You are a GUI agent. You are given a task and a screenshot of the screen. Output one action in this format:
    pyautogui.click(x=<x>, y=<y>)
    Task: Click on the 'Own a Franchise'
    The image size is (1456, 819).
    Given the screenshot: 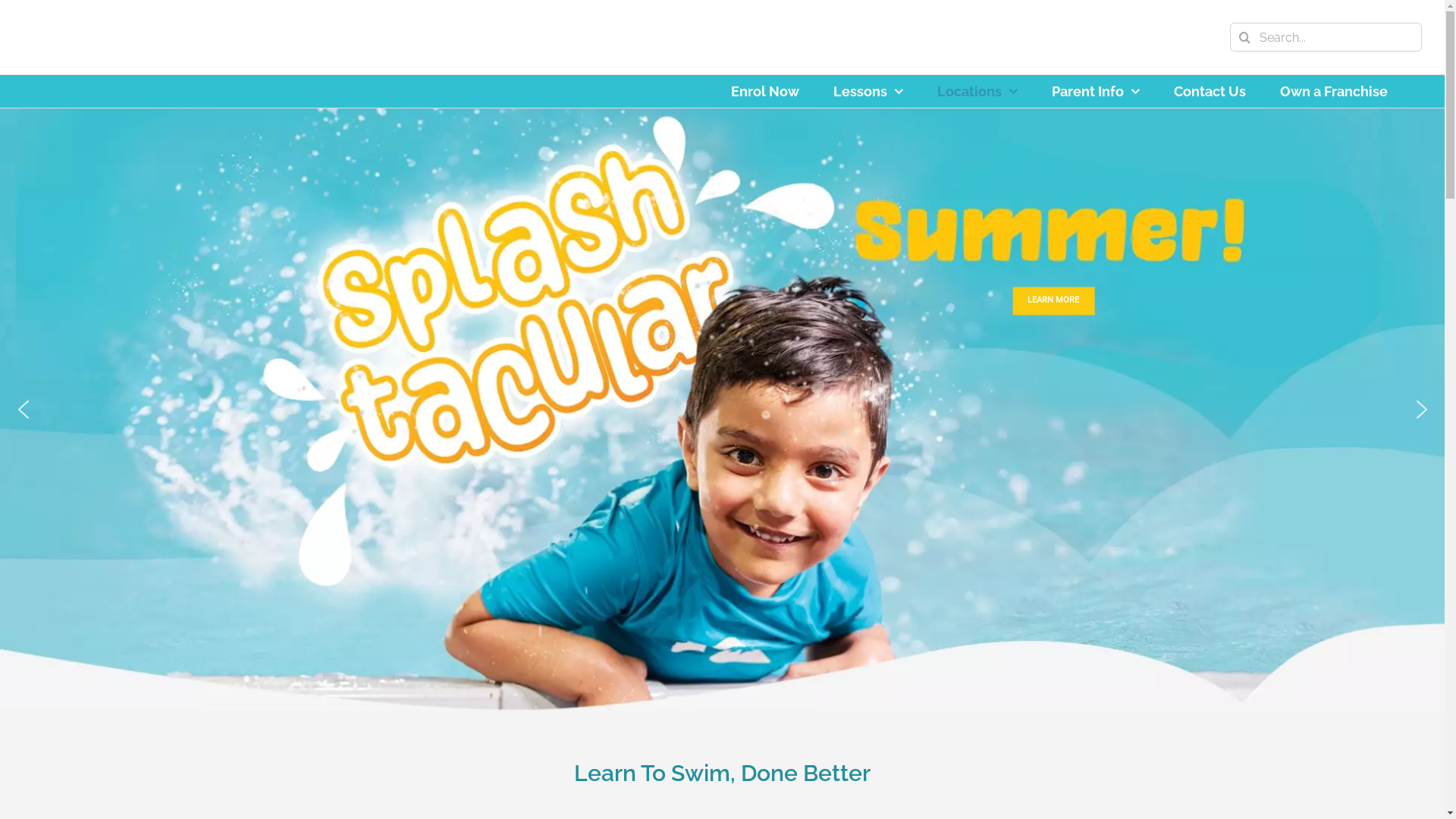 What is the action you would take?
    pyautogui.click(x=1332, y=91)
    